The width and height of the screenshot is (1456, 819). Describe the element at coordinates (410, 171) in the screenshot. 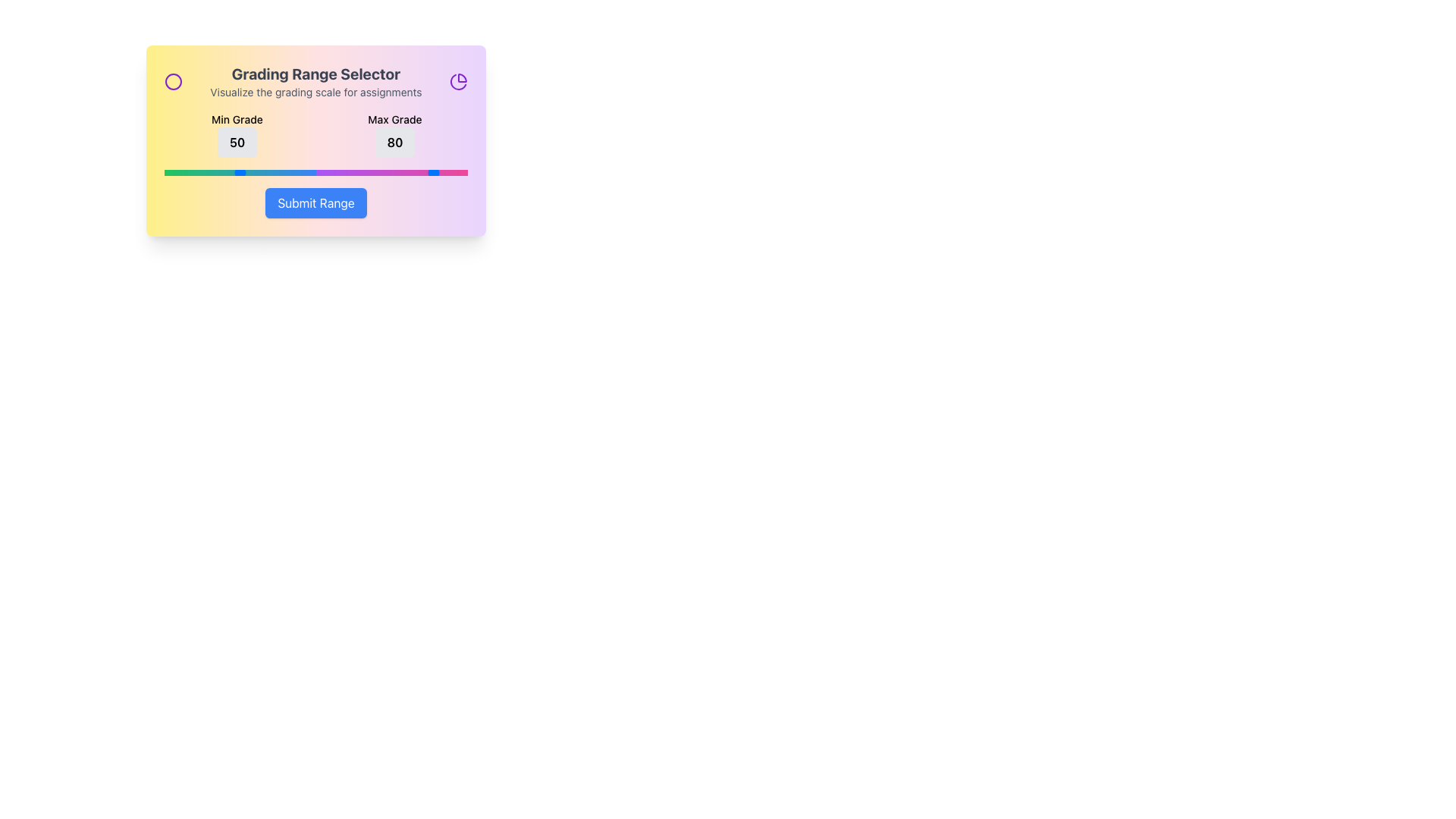

I see `the slider value` at that location.